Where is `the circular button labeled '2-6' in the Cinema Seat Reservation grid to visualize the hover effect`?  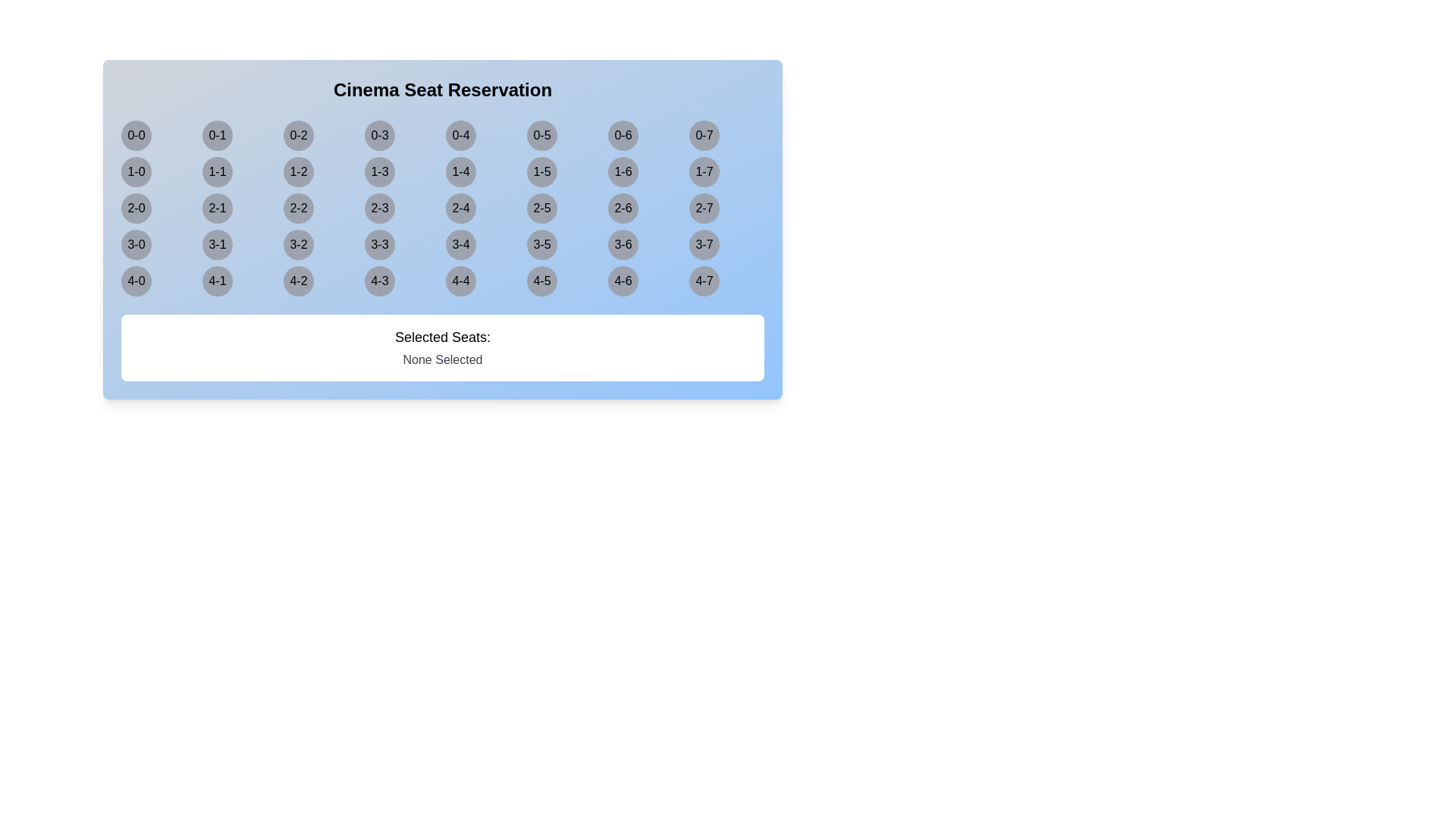
the circular button labeled '2-6' in the Cinema Seat Reservation grid to visualize the hover effect is located at coordinates (623, 208).